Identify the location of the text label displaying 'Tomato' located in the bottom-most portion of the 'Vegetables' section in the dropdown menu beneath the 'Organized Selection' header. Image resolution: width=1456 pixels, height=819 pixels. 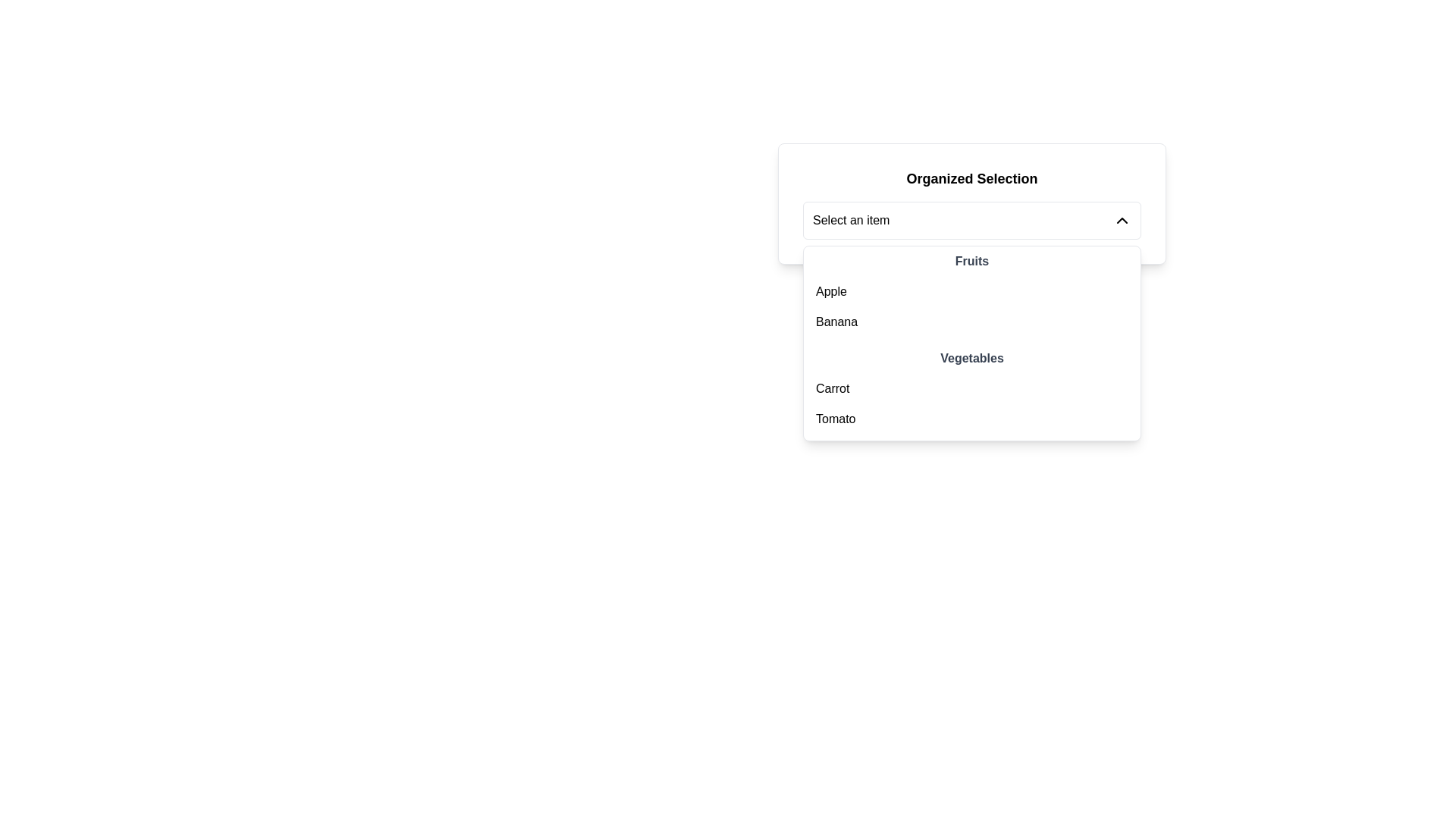
(835, 419).